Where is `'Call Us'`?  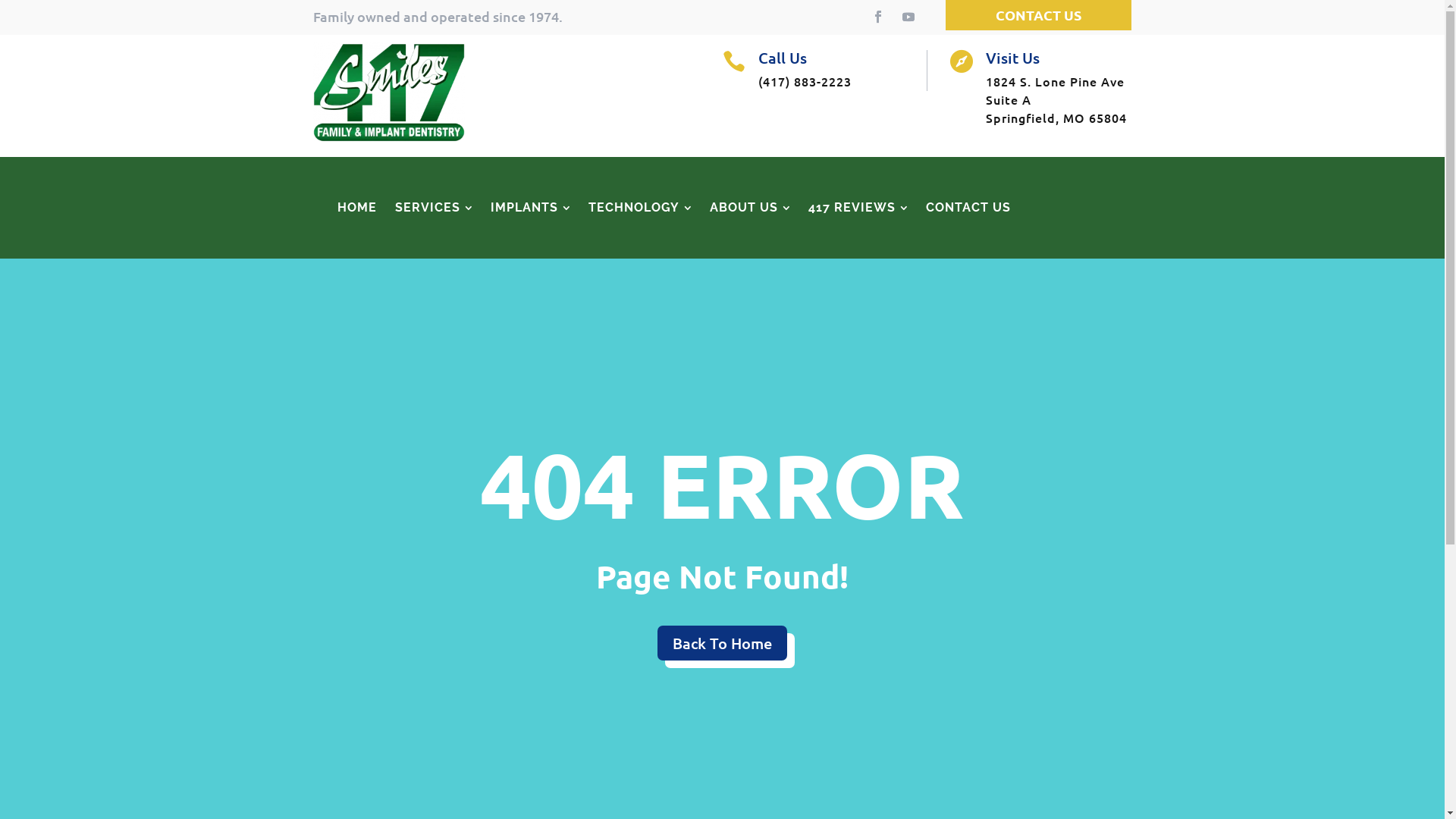 'Call Us' is located at coordinates (783, 57).